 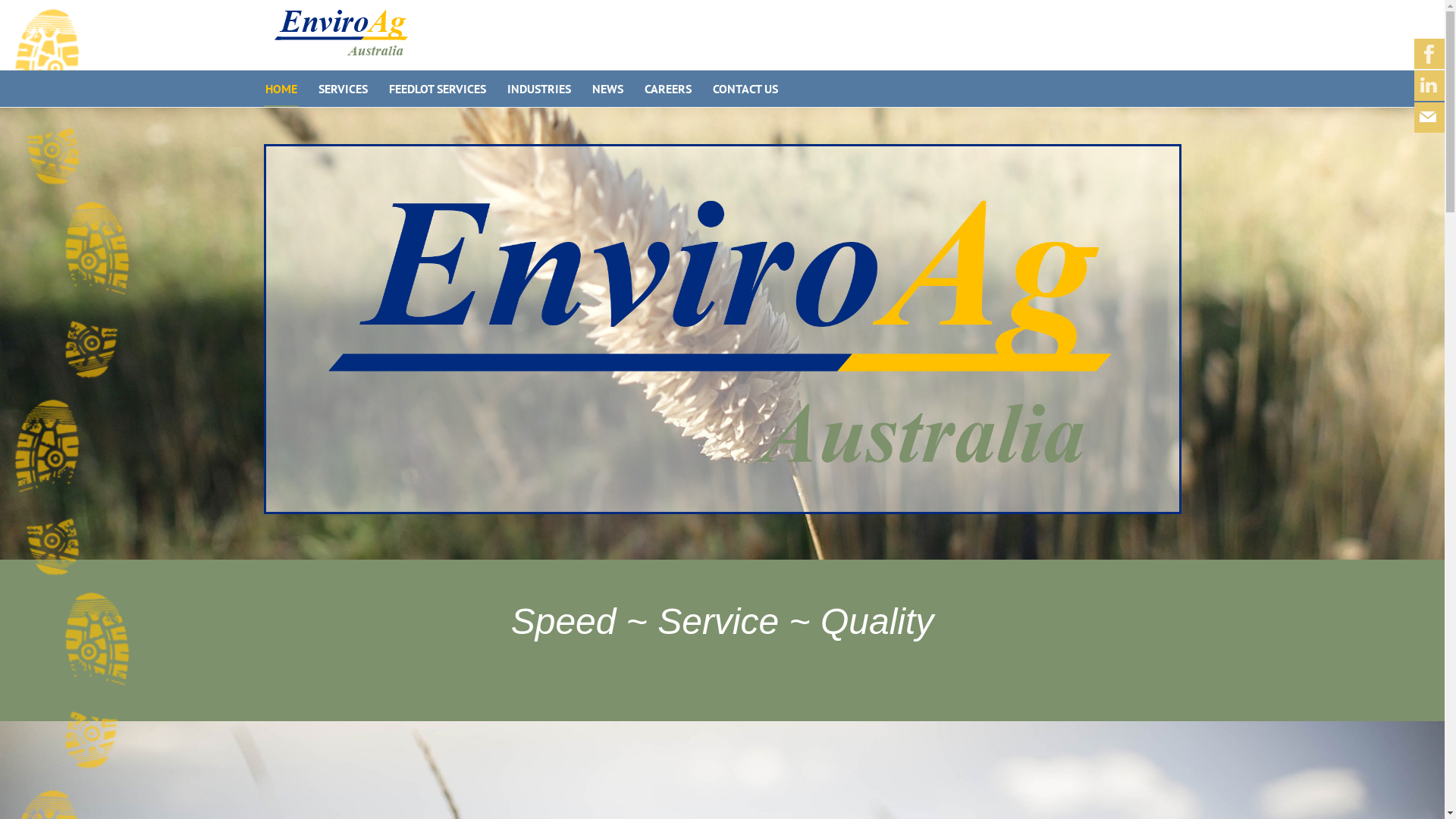 What do you see at coordinates (607, 88) in the screenshot?
I see `'NEWS'` at bounding box center [607, 88].